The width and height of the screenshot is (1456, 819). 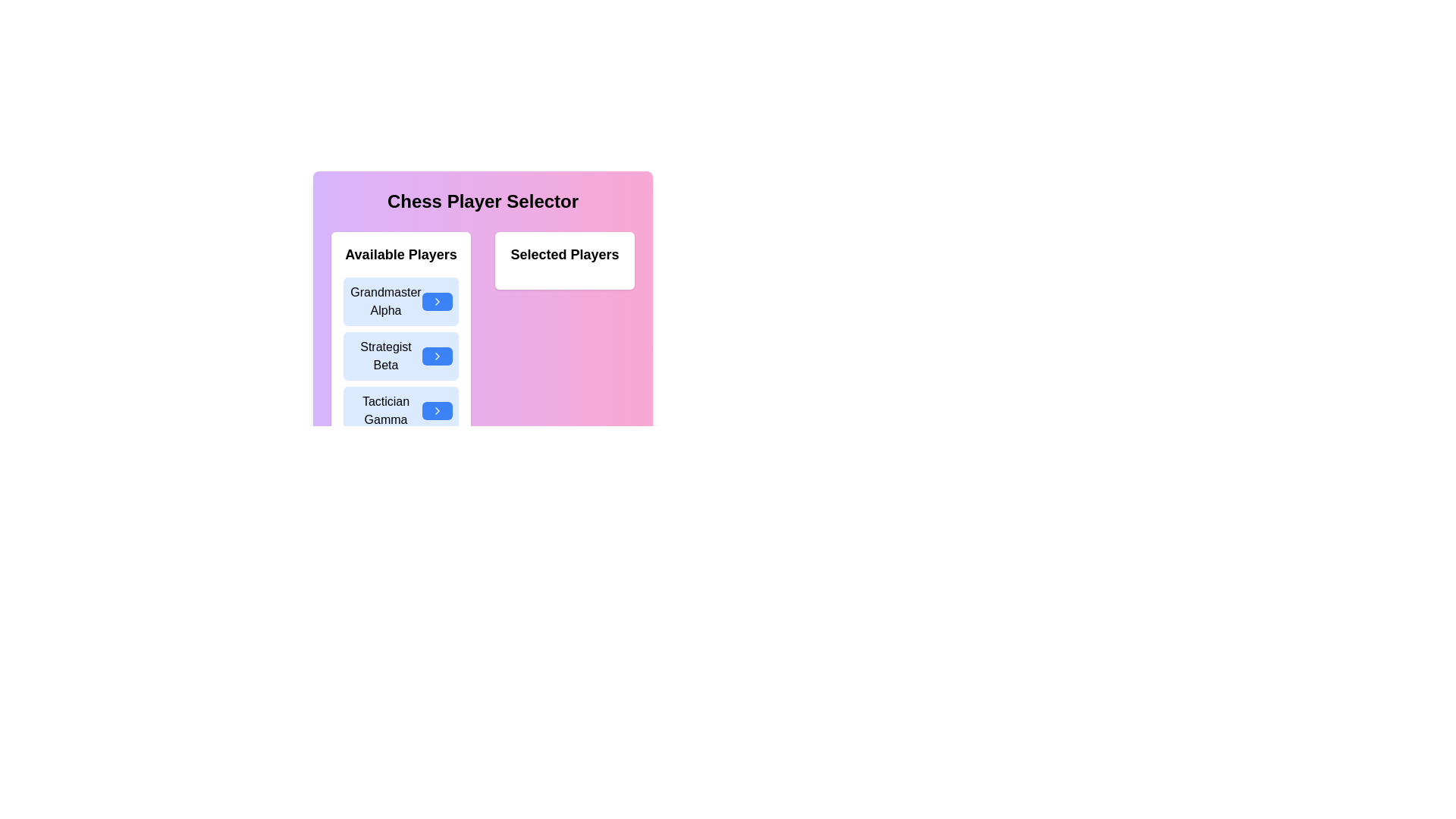 What do you see at coordinates (482, 201) in the screenshot?
I see `the heading 'Chess Player Selector' to read it` at bounding box center [482, 201].